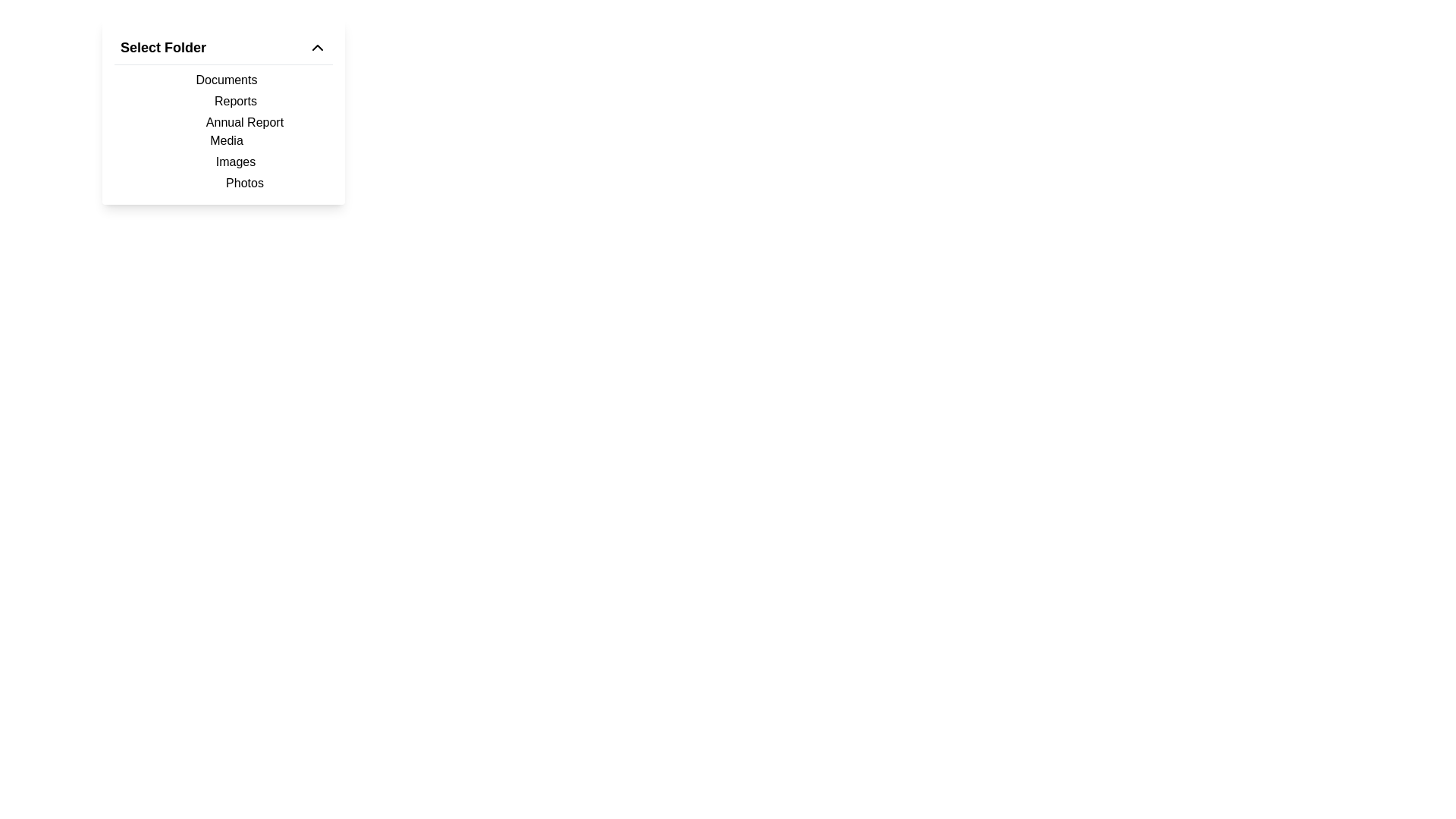 The width and height of the screenshot is (1456, 819). Describe the element at coordinates (316, 46) in the screenshot. I see `the upward-pointing chevron icon located in the header of the 'Select Folder' interface` at that location.